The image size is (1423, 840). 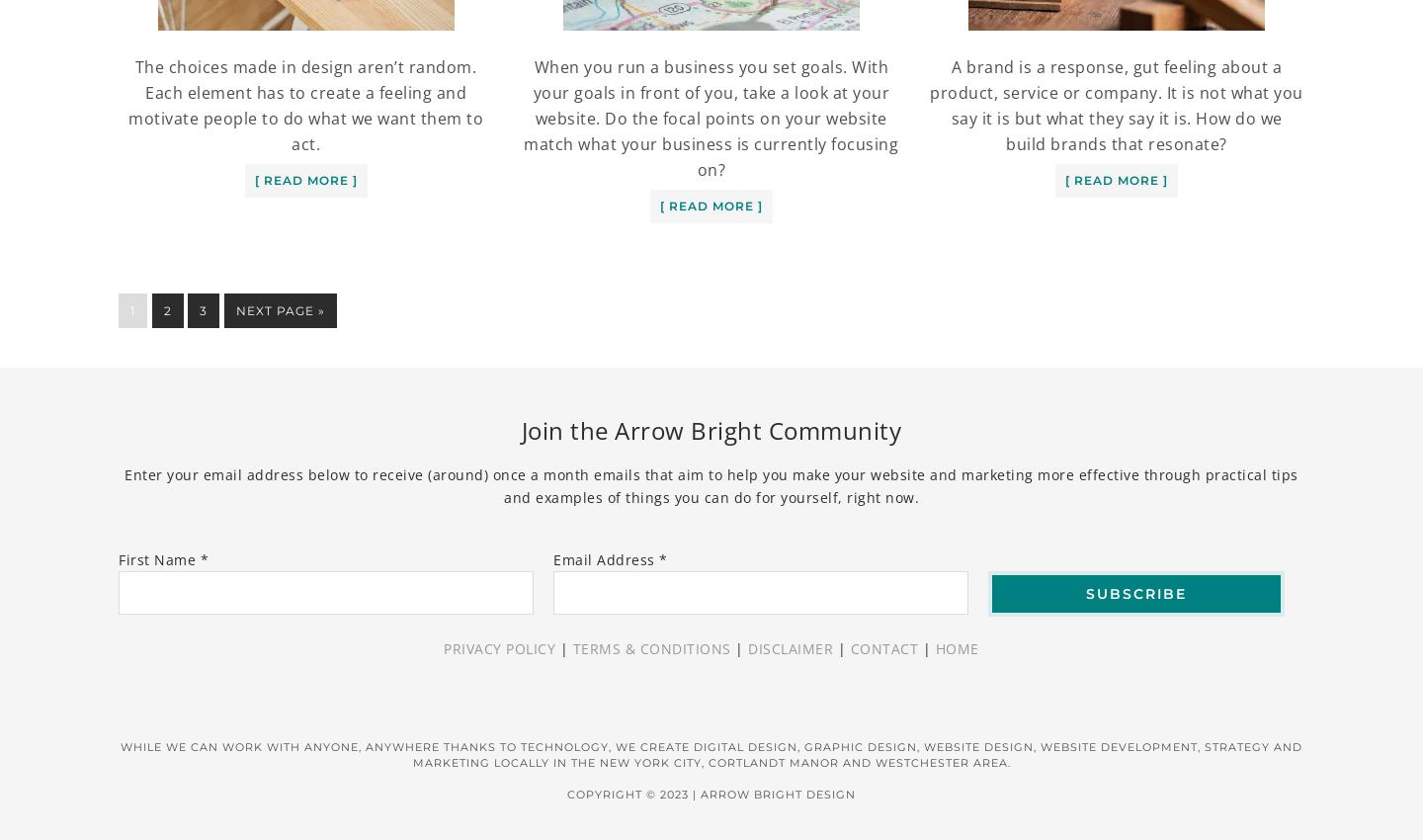 What do you see at coordinates (520, 429) in the screenshot?
I see `'Join the Arrow Bright Community'` at bounding box center [520, 429].